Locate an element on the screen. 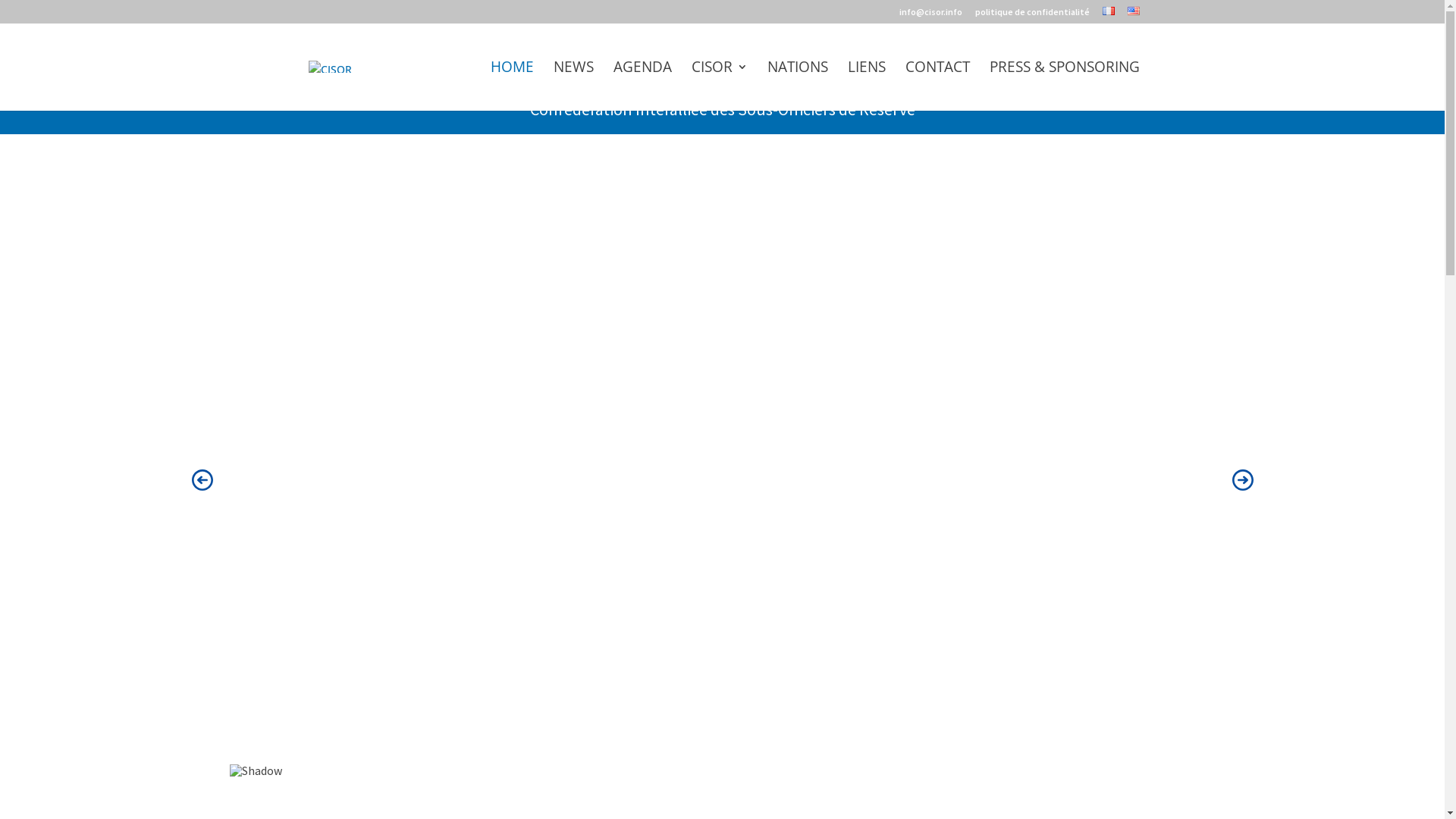  'LIENS' is located at coordinates (847, 86).